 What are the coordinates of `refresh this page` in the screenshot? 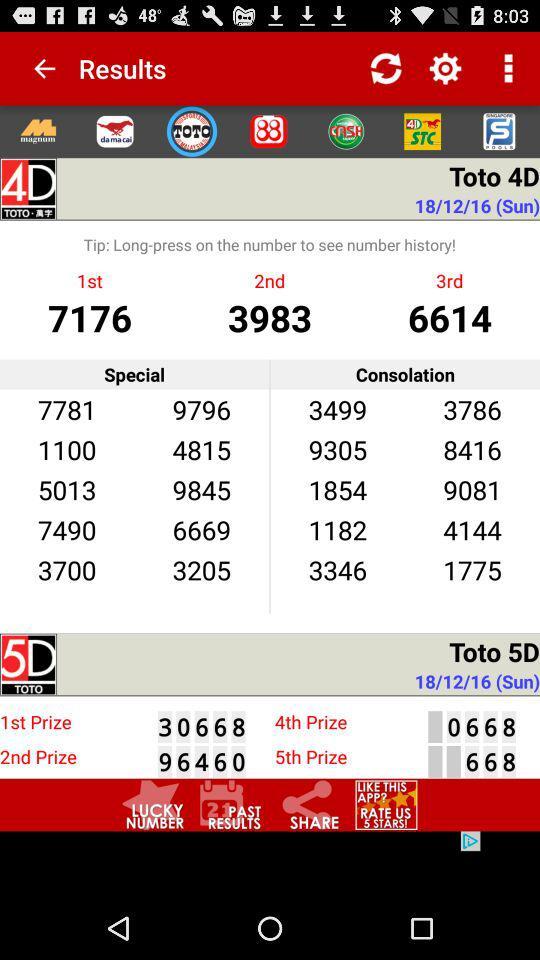 It's located at (386, 68).